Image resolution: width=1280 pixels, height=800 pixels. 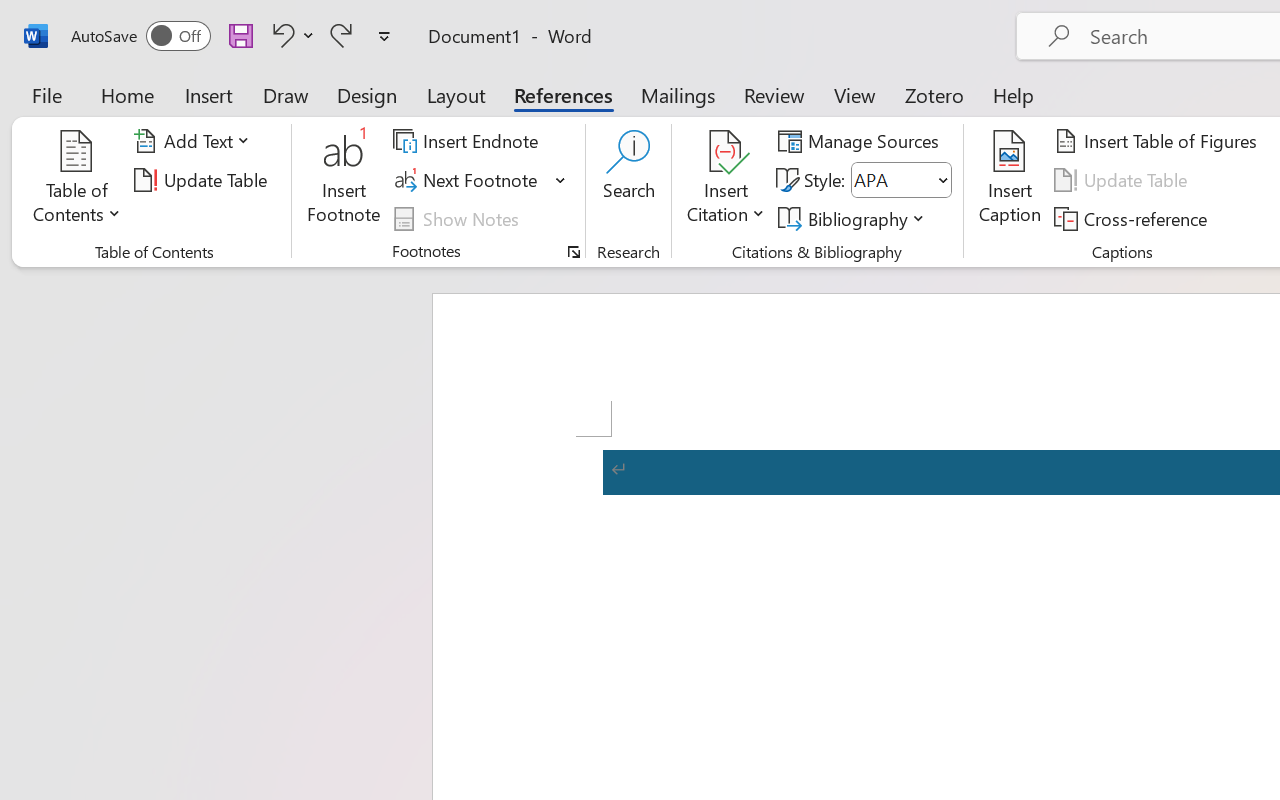 I want to click on 'Style', so click(x=891, y=178).